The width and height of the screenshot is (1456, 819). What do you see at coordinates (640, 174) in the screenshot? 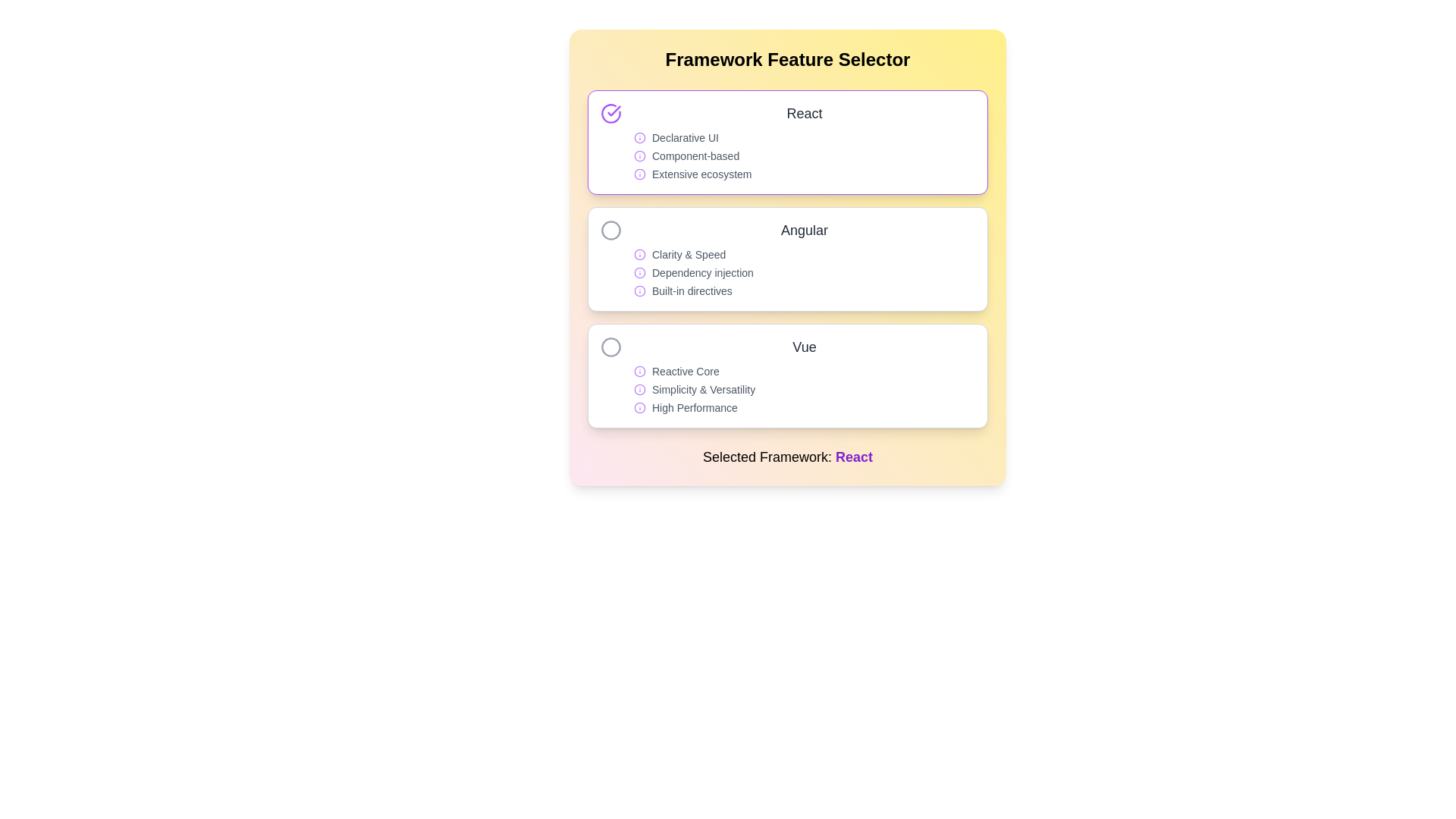
I see `the information/help icon located to the immediate left of the text label 'Extensive ecosystem' within the React section of the uppermost card` at bounding box center [640, 174].